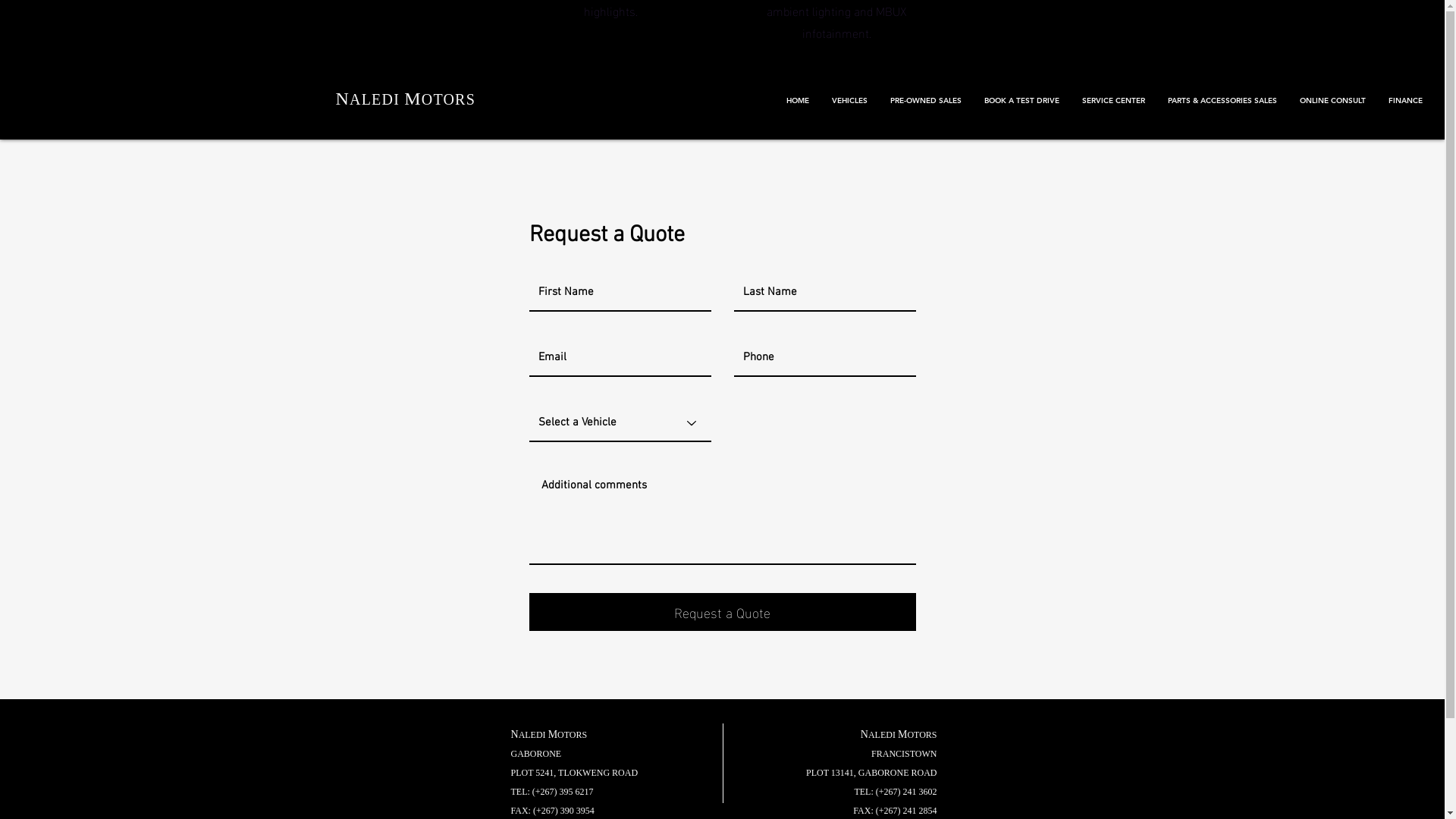 The height and width of the screenshot is (819, 1456). What do you see at coordinates (924, 100) in the screenshot?
I see `'PRE-OWNED SALES'` at bounding box center [924, 100].